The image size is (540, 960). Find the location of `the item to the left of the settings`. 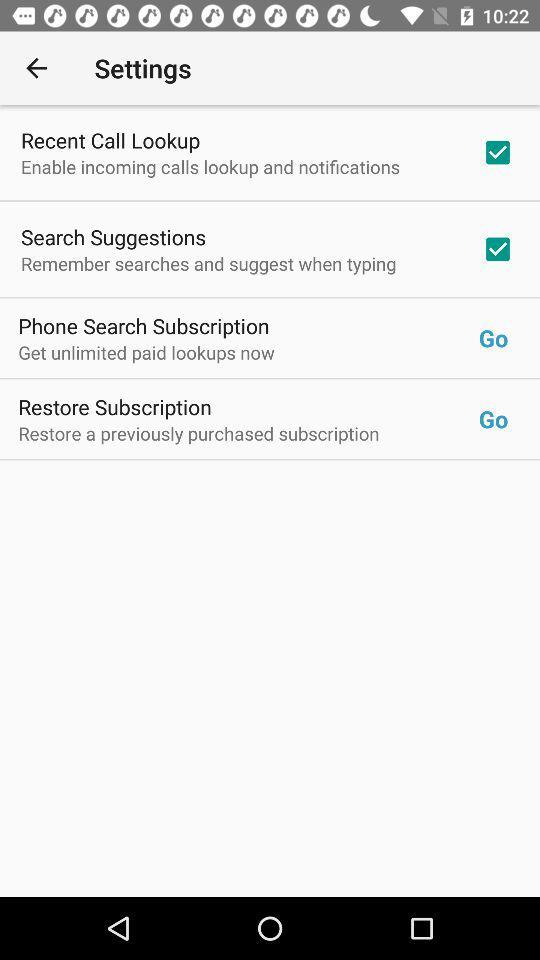

the item to the left of the settings is located at coordinates (36, 68).